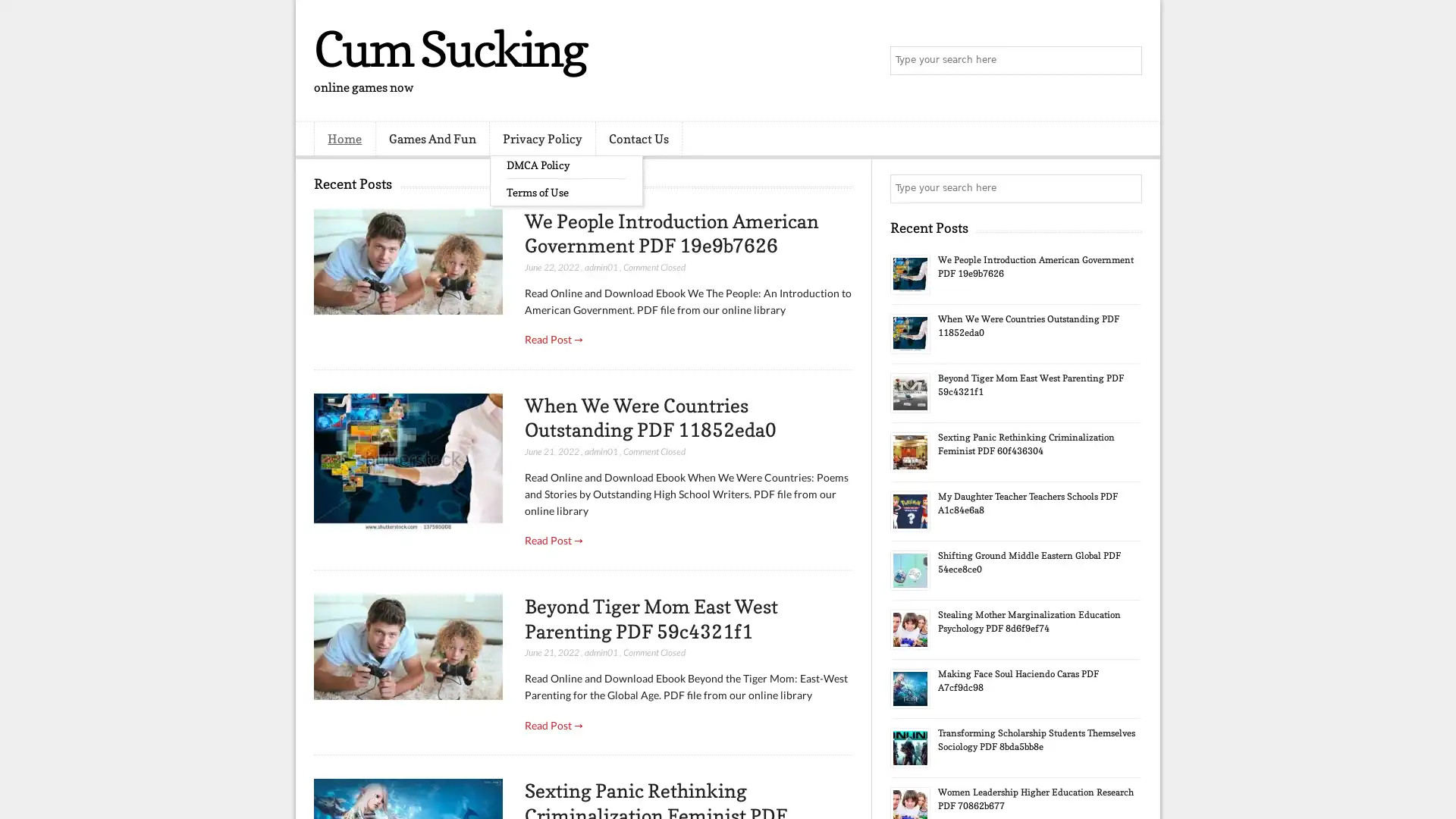  I want to click on Search, so click(1126, 188).